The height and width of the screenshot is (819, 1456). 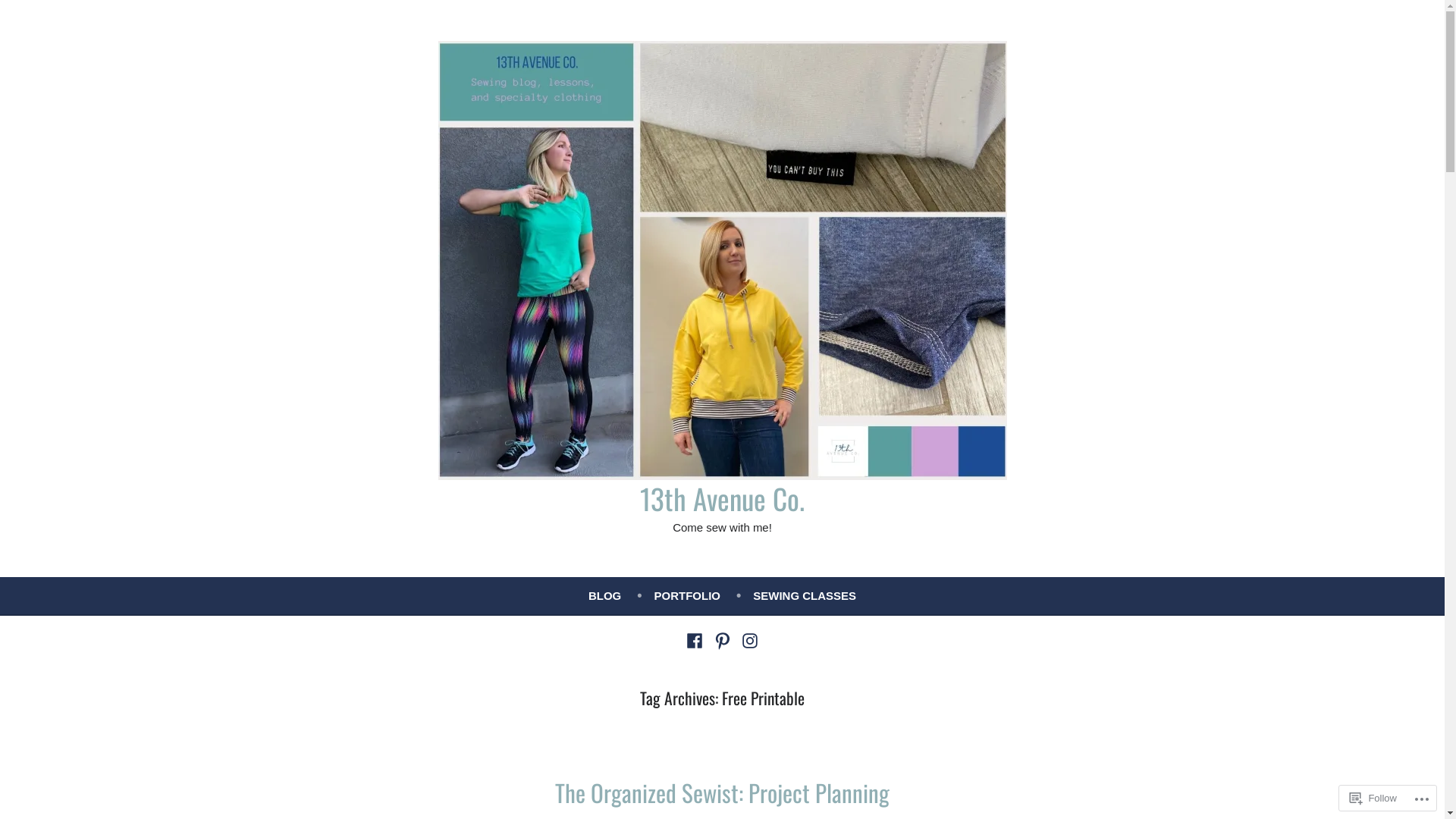 I want to click on '13th Avenue Co.', so click(x=721, y=497).